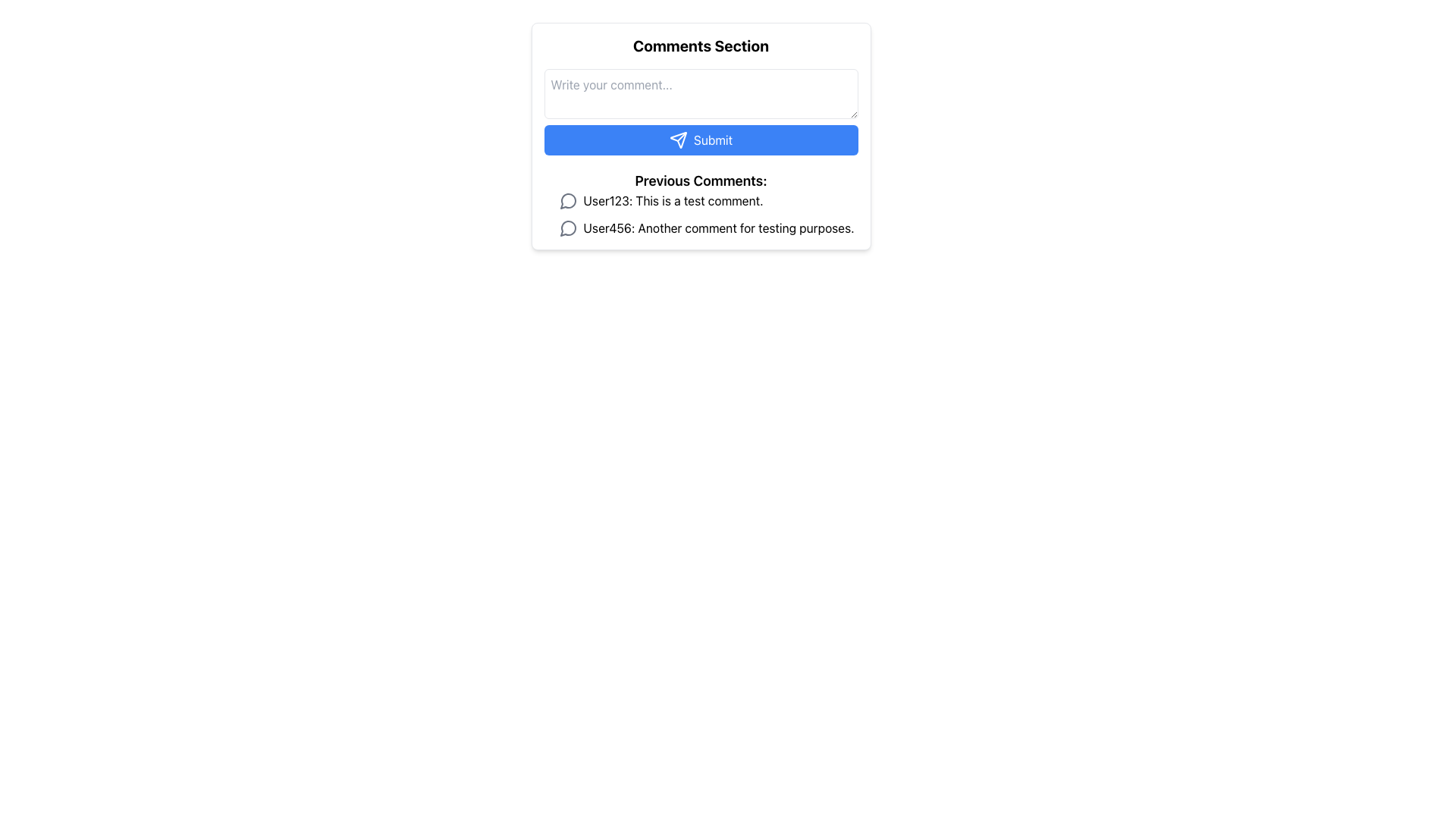 The width and height of the screenshot is (1456, 819). Describe the element at coordinates (567, 227) in the screenshot. I see `the speech bubble icon with a gray outline located in the 'Previous Comments' section, adjacent to the comment text 'User456: Another comment for testing purposes.'` at that location.